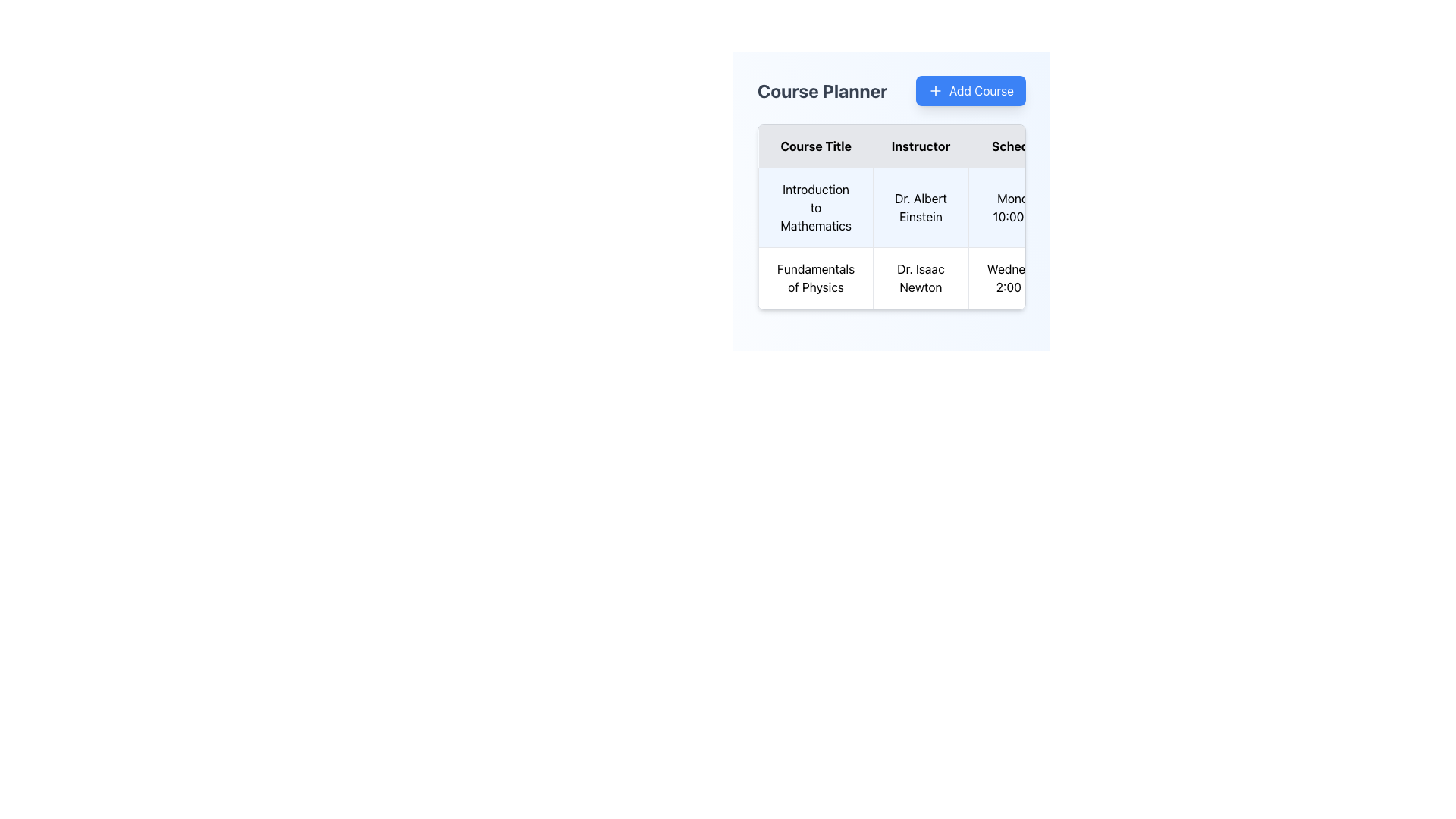  I want to click on the third column header in the Course Planner table, which indicates scheduling information and is positioned between the 'Instructor' and 'Actions' columns, so click(1019, 146).